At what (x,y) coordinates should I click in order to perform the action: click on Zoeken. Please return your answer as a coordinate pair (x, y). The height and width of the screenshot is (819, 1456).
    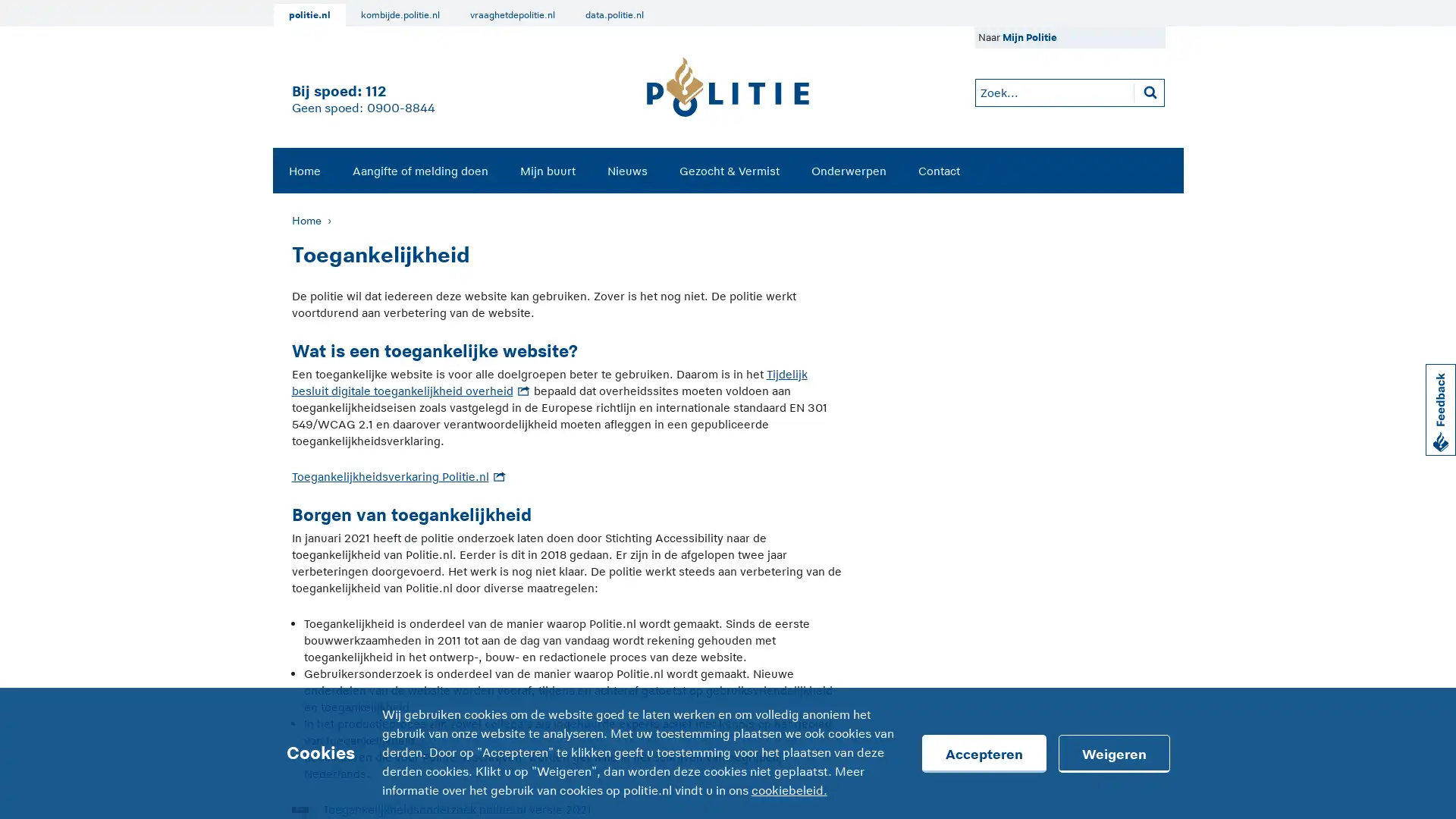
    Looking at the image, I should click on (974, 105).